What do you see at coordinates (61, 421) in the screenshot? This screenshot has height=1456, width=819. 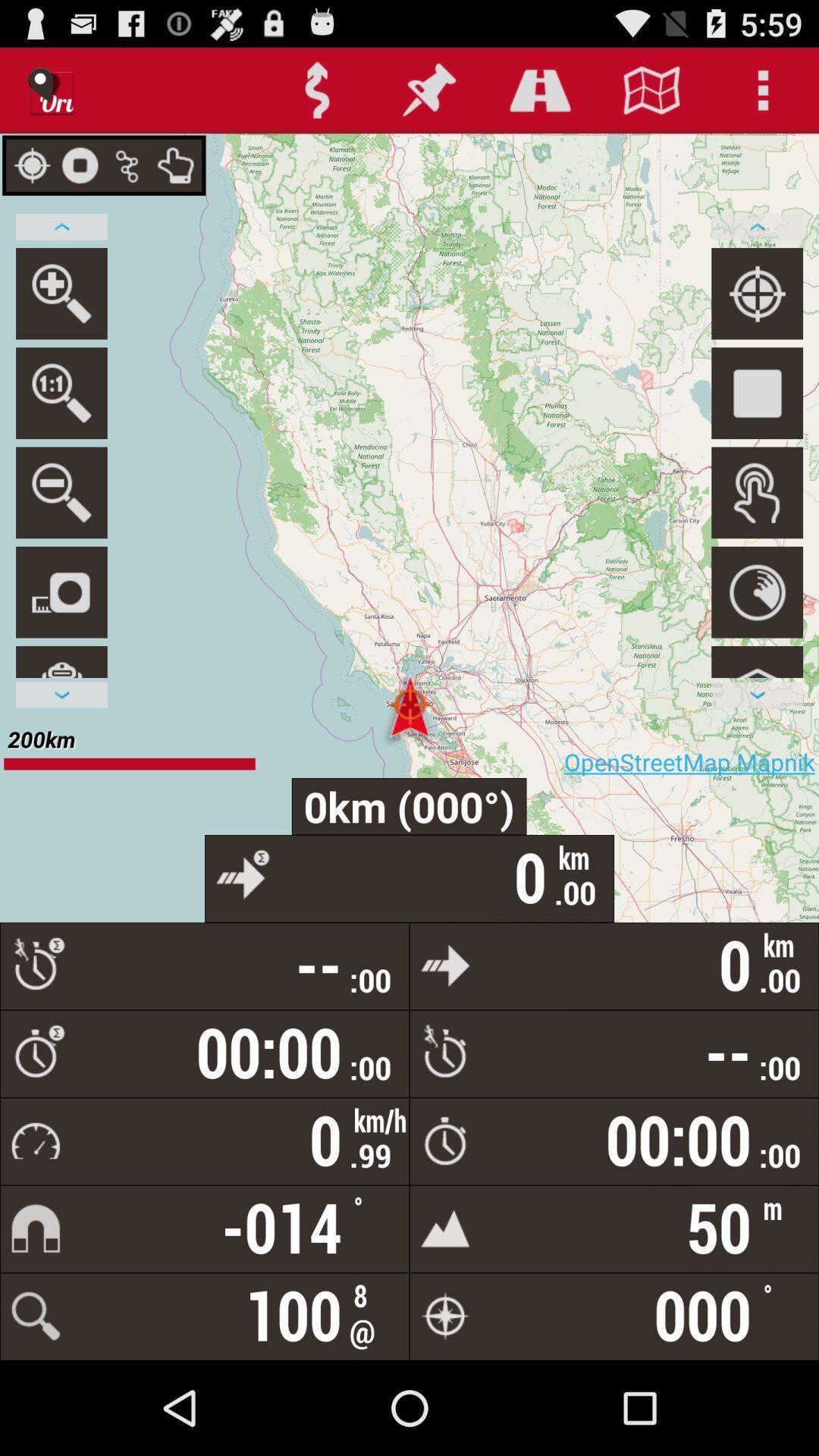 I see `the search icon` at bounding box center [61, 421].